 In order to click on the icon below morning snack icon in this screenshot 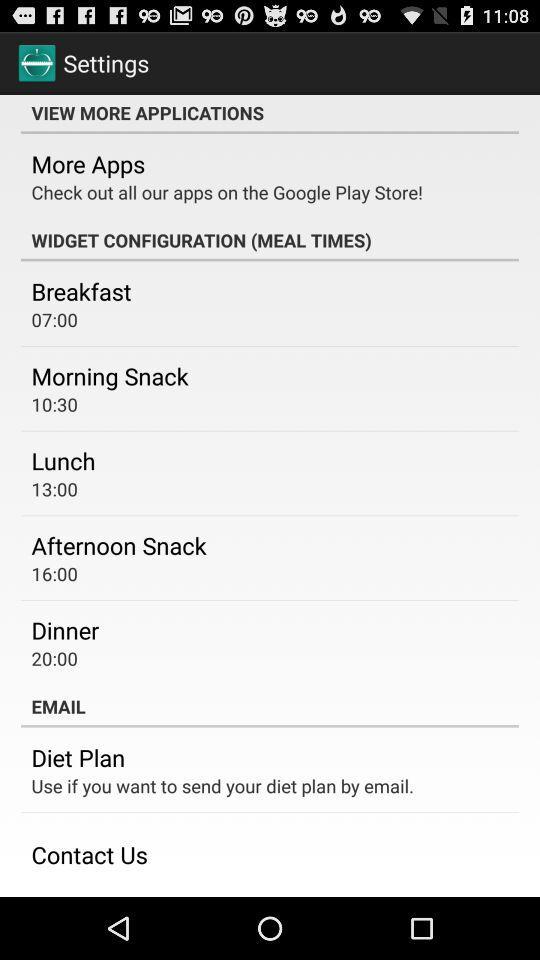, I will do `click(54, 403)`.